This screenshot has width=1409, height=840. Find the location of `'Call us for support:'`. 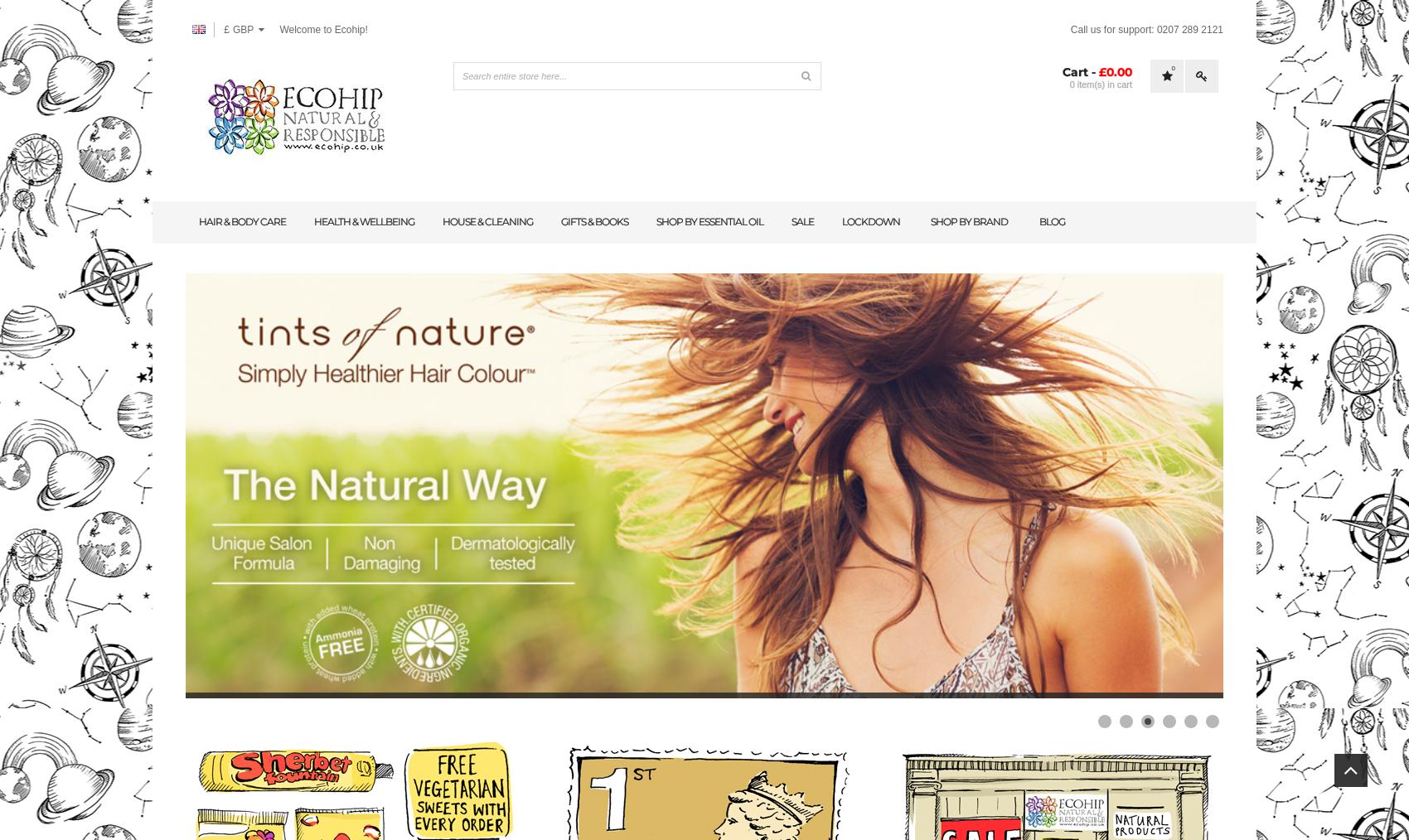

'Call us for support:' is located at coordinates (1069, 28).